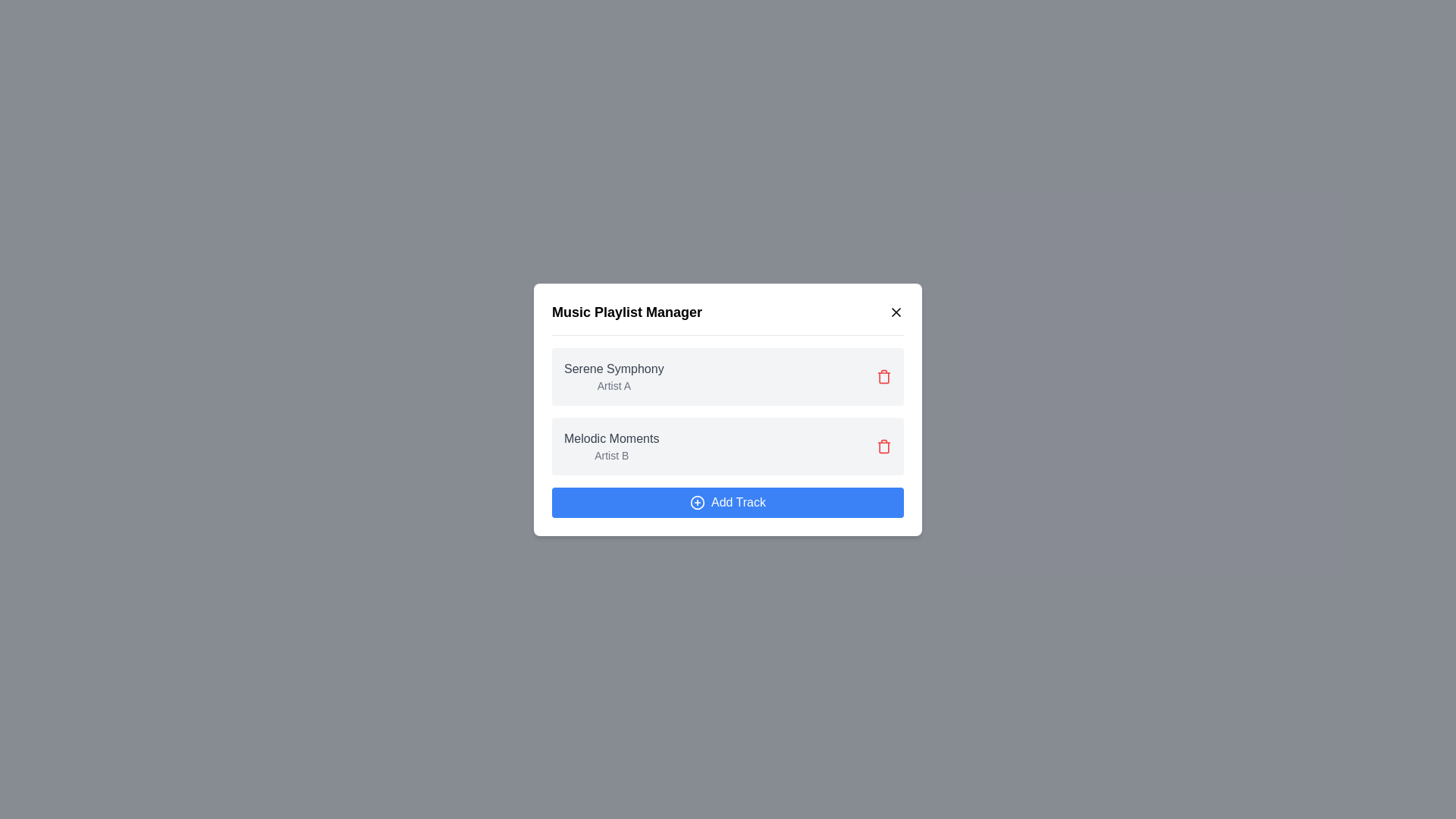 The width and height of the screenshot is (1456, 819). I want to click on the circular icon with a blue background and white stroke, located to the left of the 'Add Track' button in the modal dialog, so click(697, 502).